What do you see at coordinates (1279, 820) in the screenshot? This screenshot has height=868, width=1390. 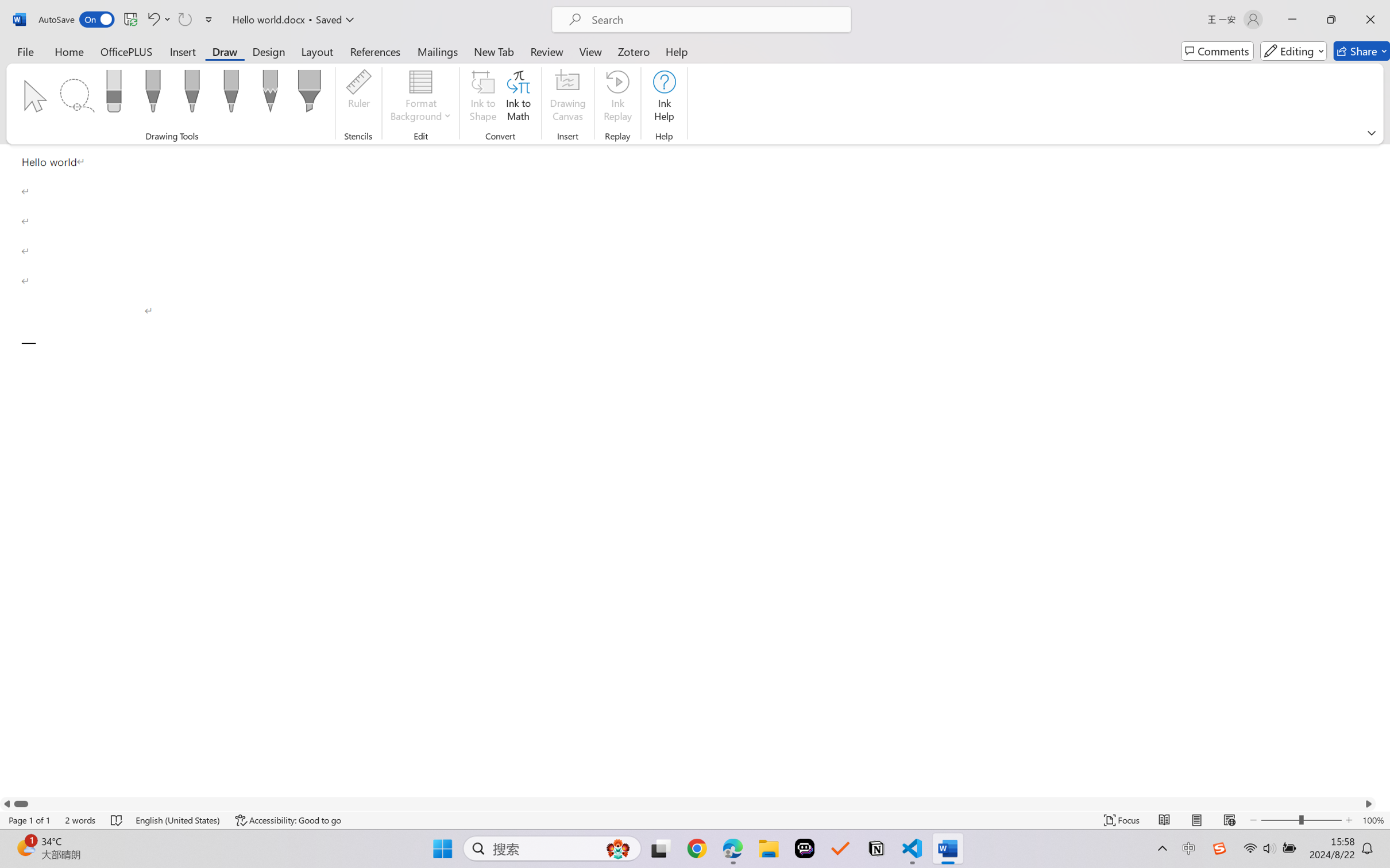 I see `'Zoom Out'` at bounding box center [1279, 820].